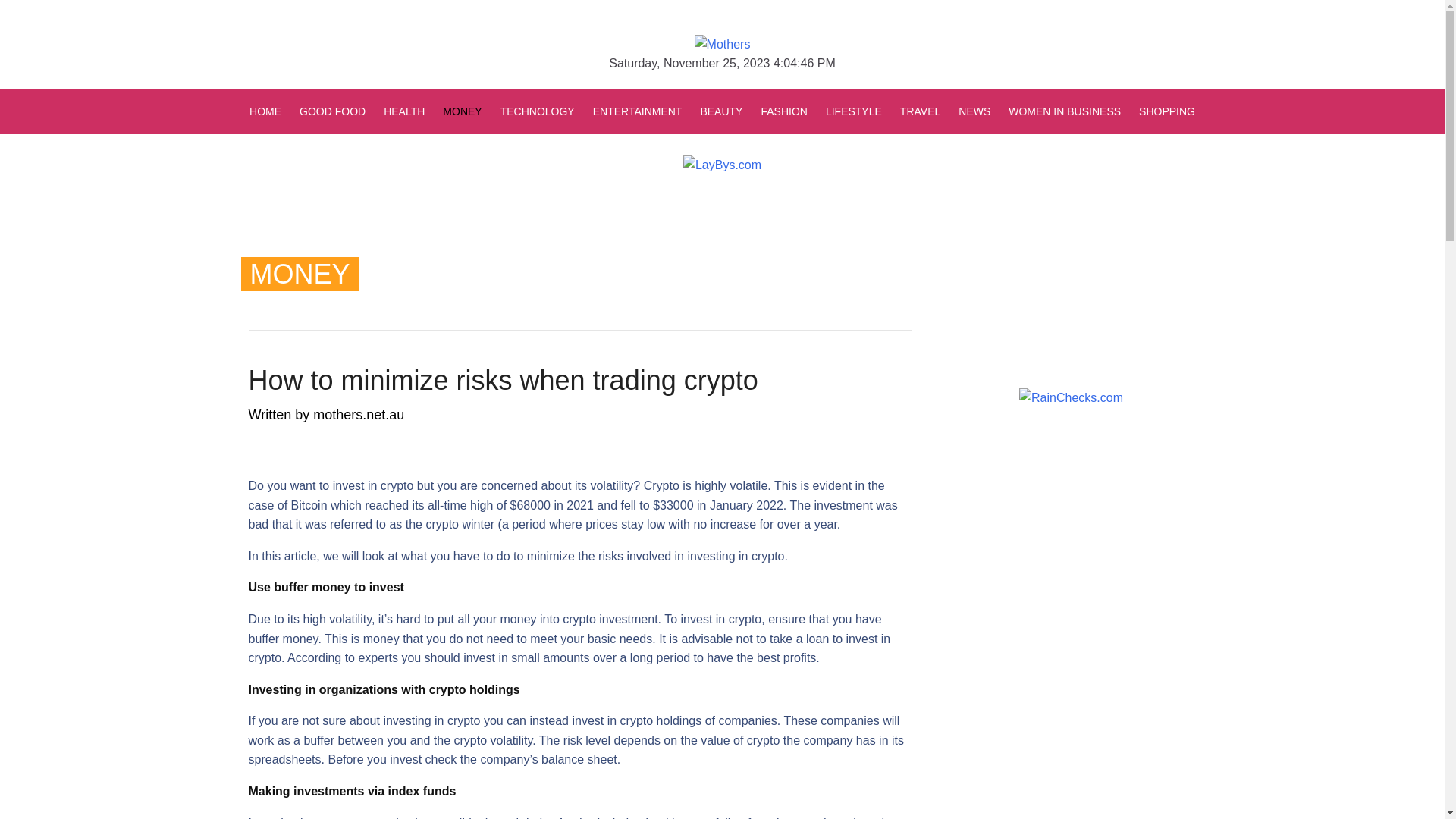 Image resolution: width=1456 pixels, height=819 pixels. I want to click on 'LIFESTYLE', so click(854, 110).